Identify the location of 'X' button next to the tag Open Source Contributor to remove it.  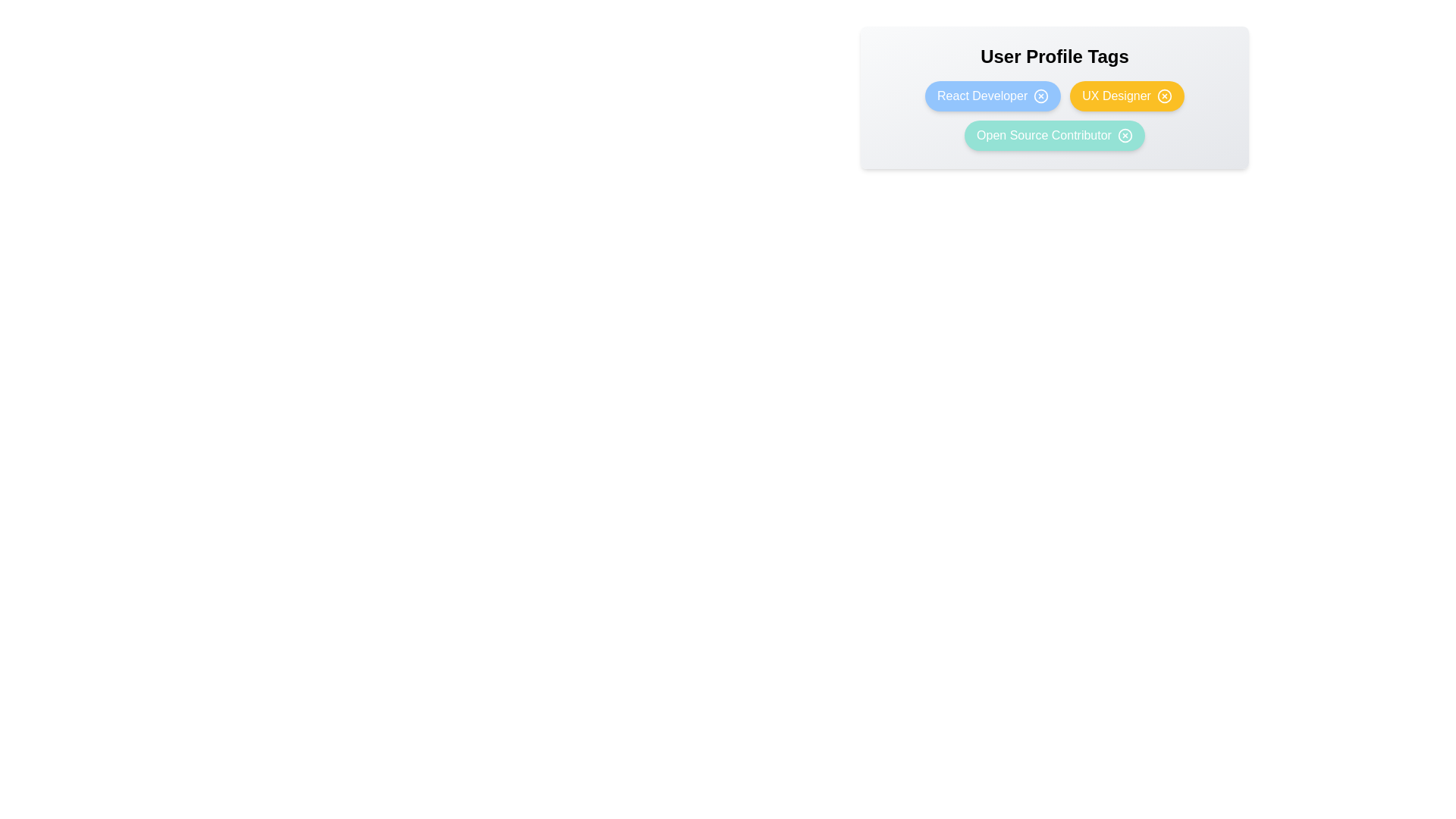
(1125, 134).